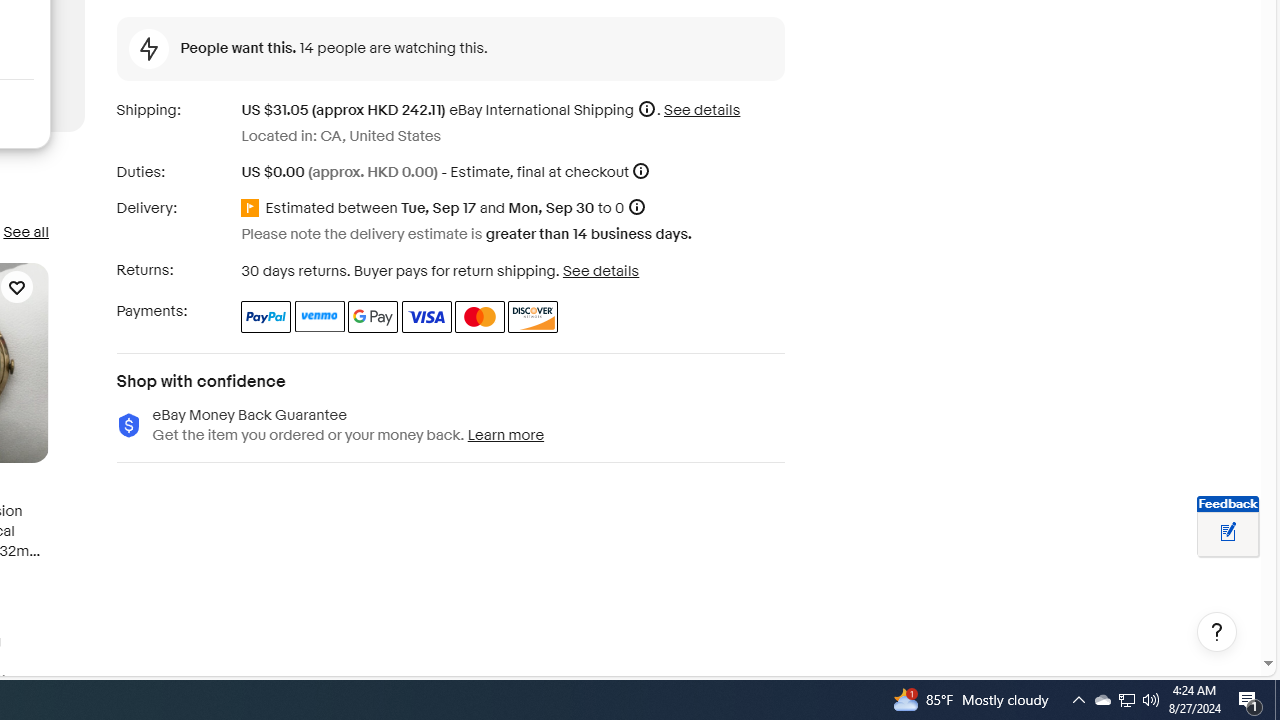  What do you see at coordinates (1227, 532) in the screenshot?
I see `'Leave feedback about your eBay ViewItem experience'` at bounding box center [1227, 532].